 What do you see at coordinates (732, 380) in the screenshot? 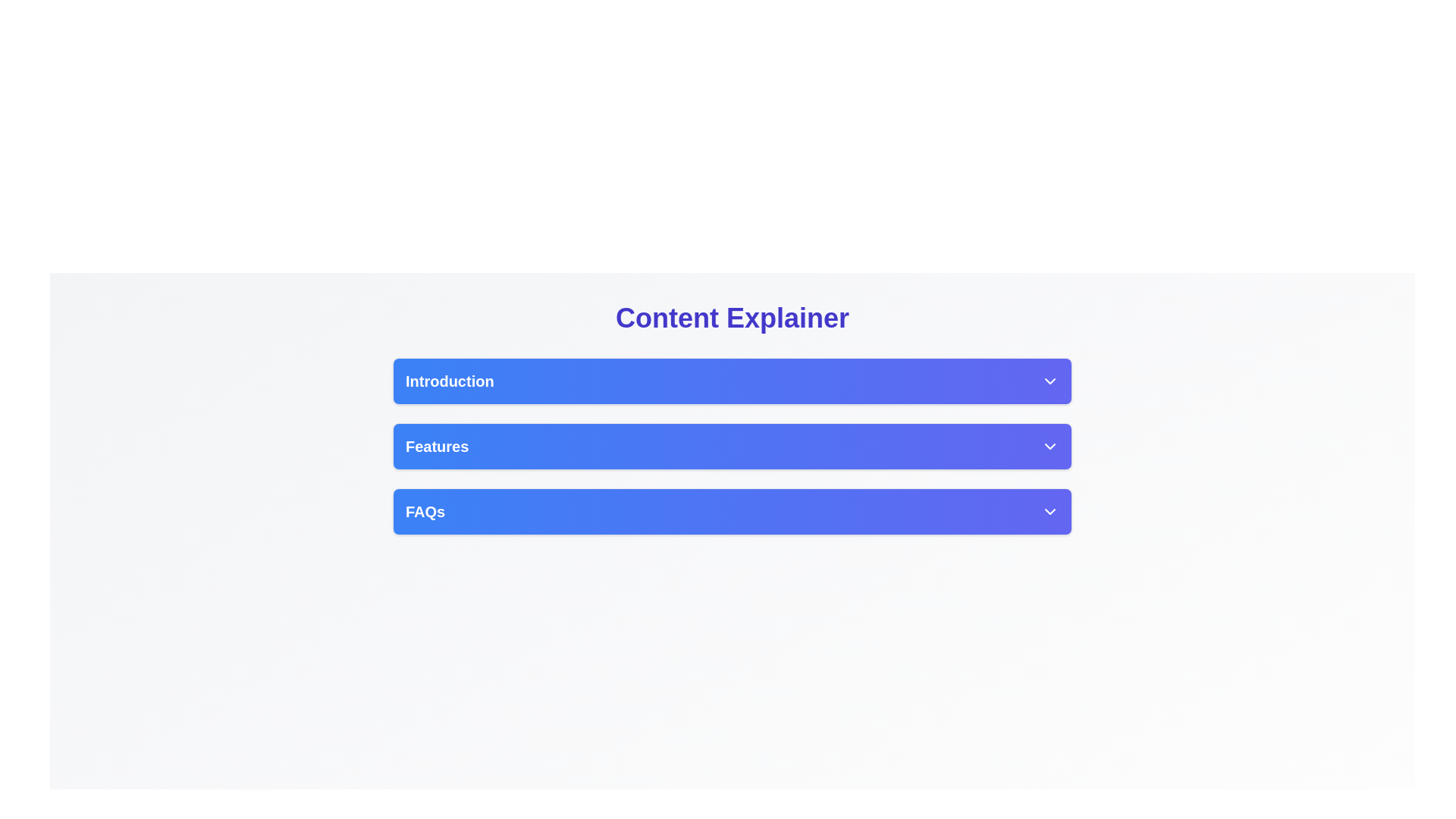
I see `the arrow icon of the collapsible header for 'Introduction'` at bounding box center [732, 380].